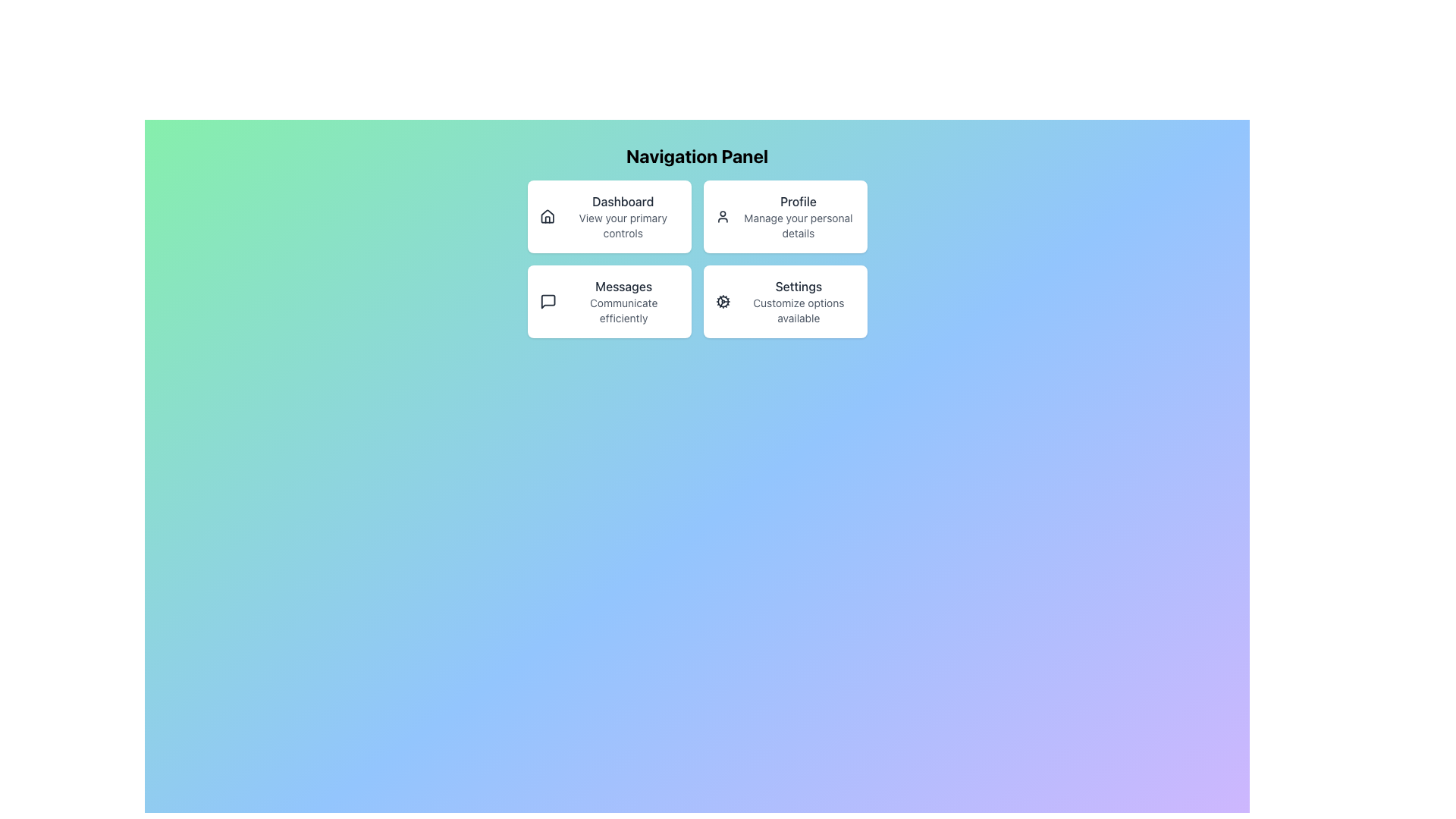  Describe the element at coordinates (797, 225) in the screenshot. I see `the text label that reads 'Manage your personal details', which is located below the 'Profile' title in the top-right card of a grid layout` at that location.